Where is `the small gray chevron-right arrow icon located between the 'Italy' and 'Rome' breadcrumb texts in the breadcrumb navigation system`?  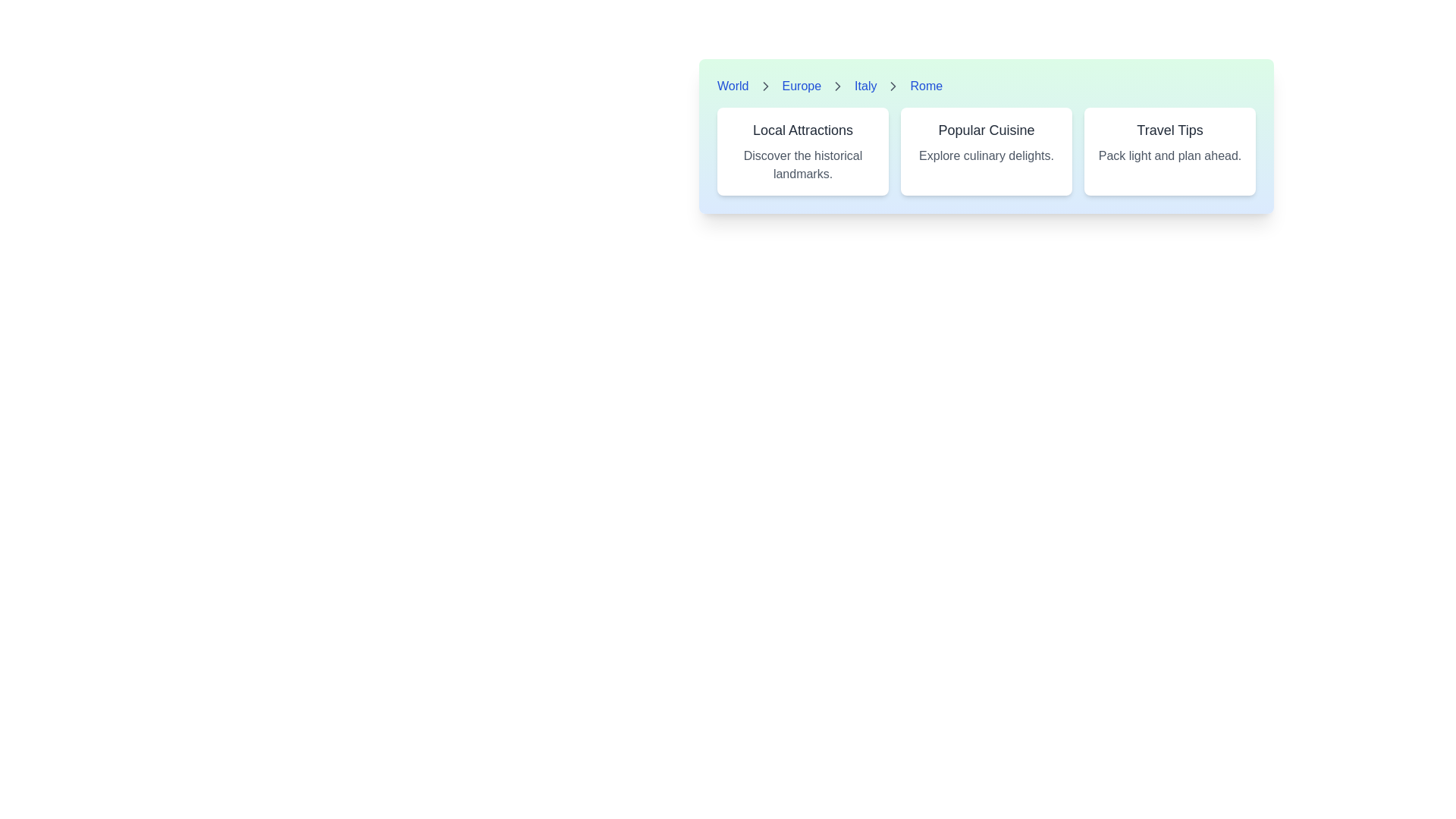
the small gray chevron-right arrow icon located between the 'Italy' and 'Rome' breadcrumb texts in the breadcrumb navigation system is located at coordinates (893, 86).